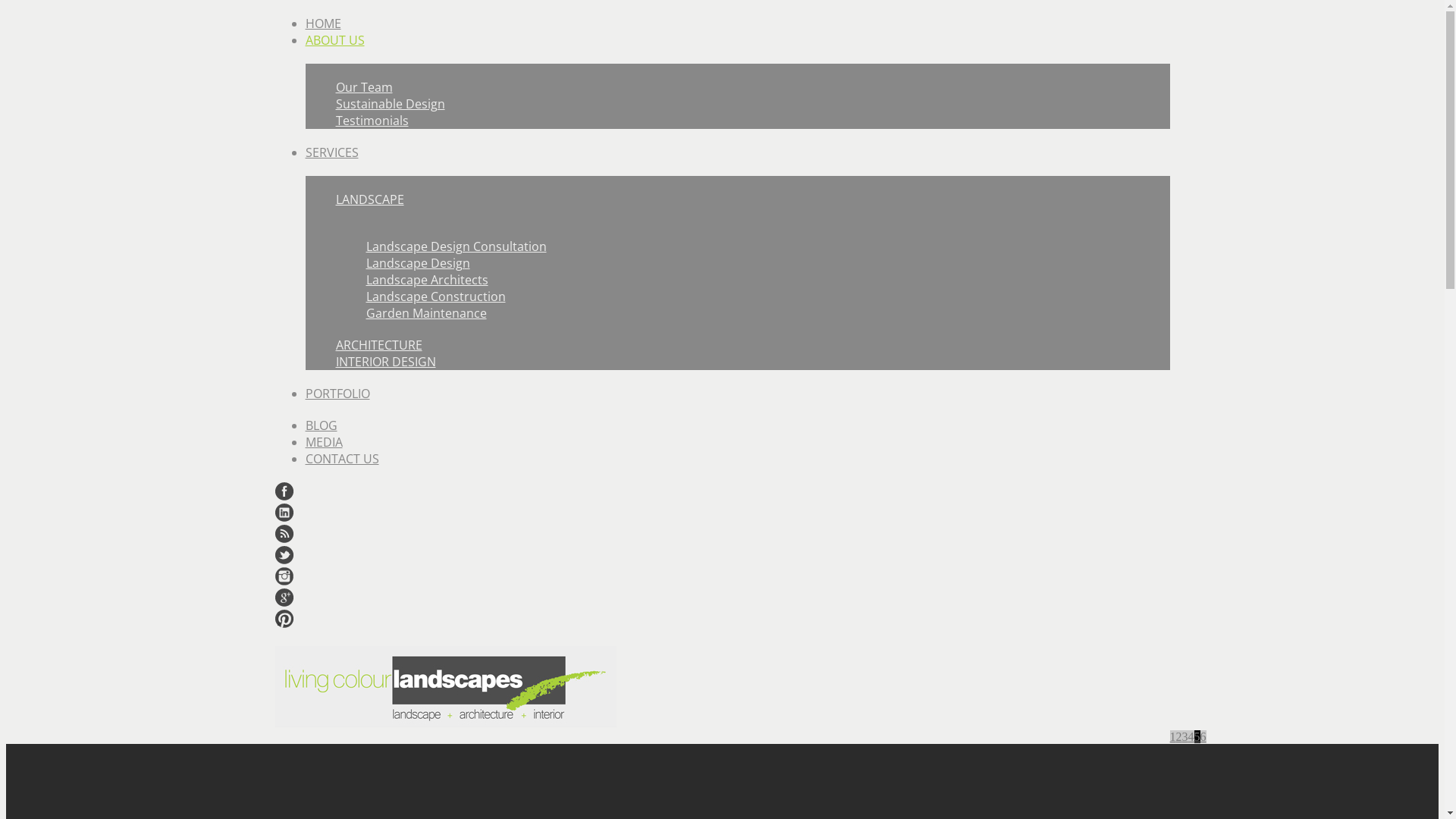 The image size is (1456, 819). Describe the element at coordinates (1189, 736) in the screenshot. I see `'4'` at that location.